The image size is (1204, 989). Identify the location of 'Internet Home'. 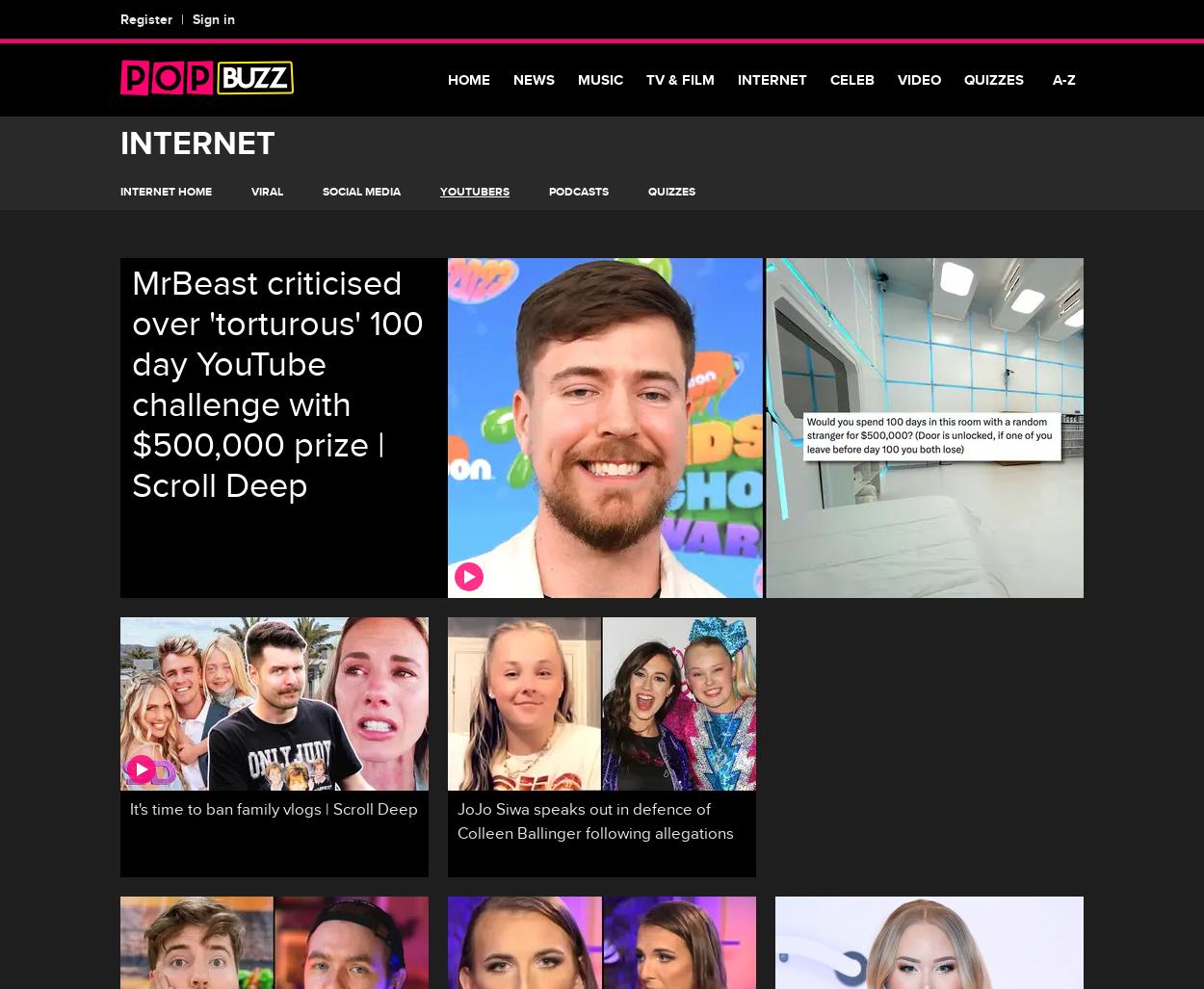
(166, 191).